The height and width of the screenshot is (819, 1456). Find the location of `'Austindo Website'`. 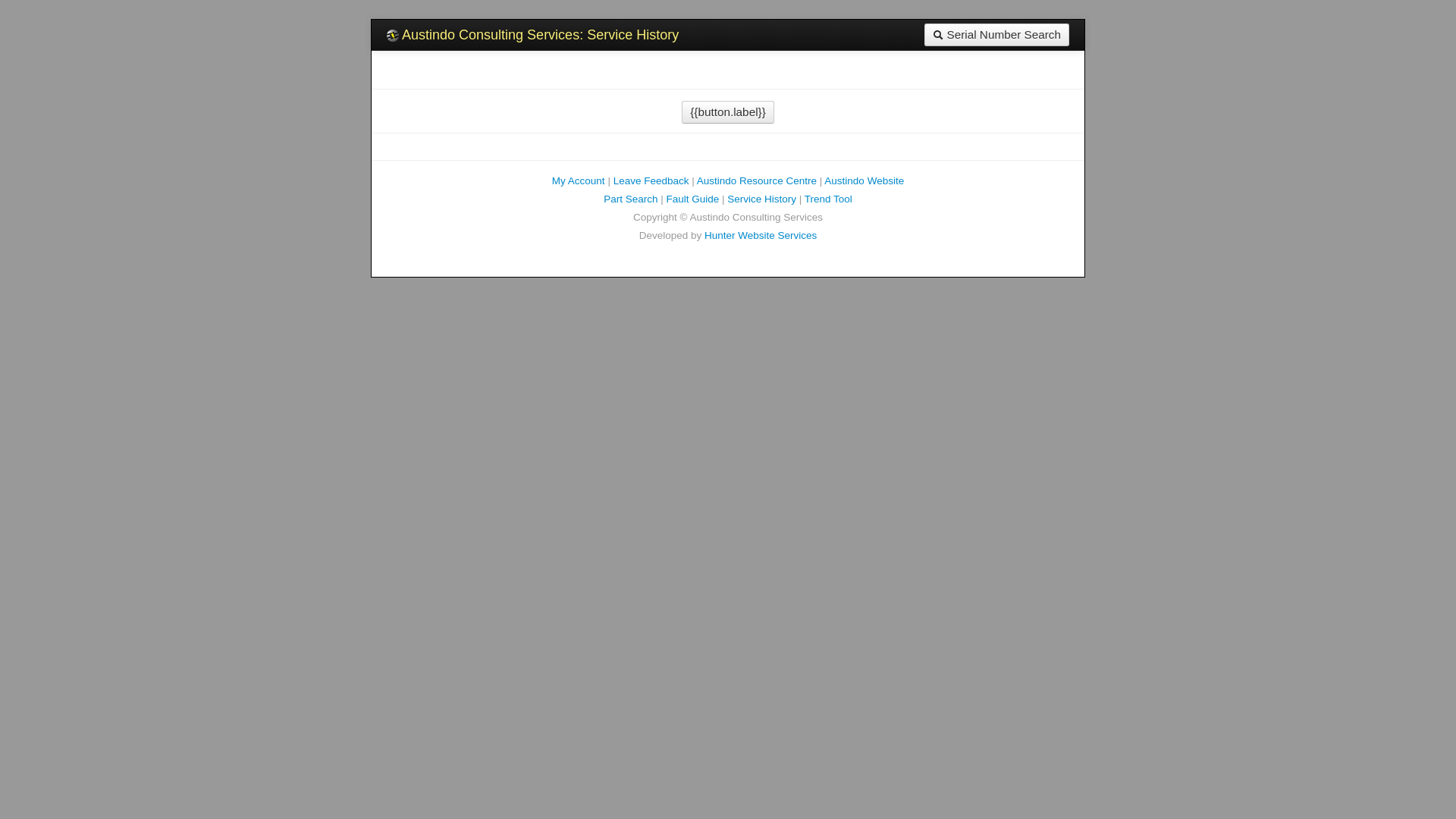

'Austindo Website' is located at coordinates (864, 180).